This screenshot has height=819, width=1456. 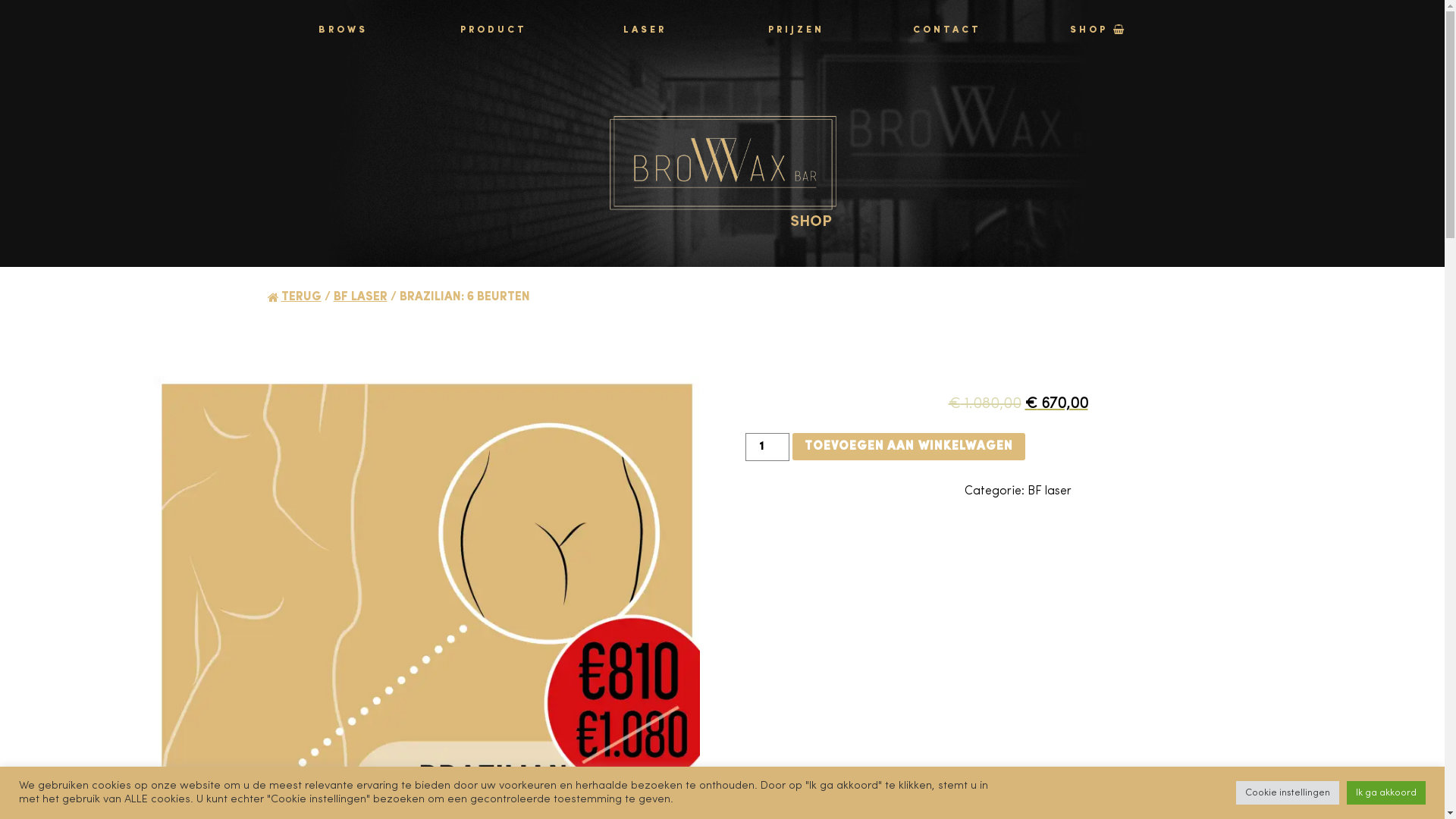 I want to click on 'CONTACT', so click(x=872, y=30).